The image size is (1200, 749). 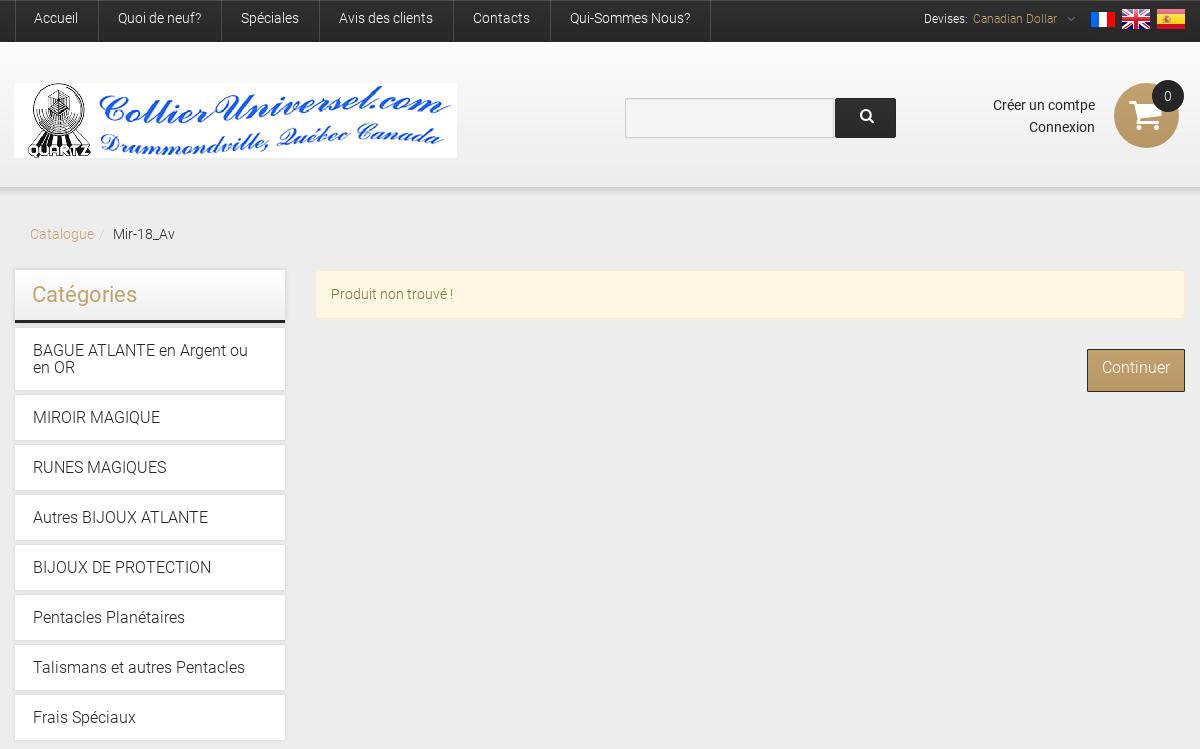 What do you see at coordinates (108, 616) in the screenshot?
I see `'Pentacles Planétaires'` at bounding box center [108, 616].